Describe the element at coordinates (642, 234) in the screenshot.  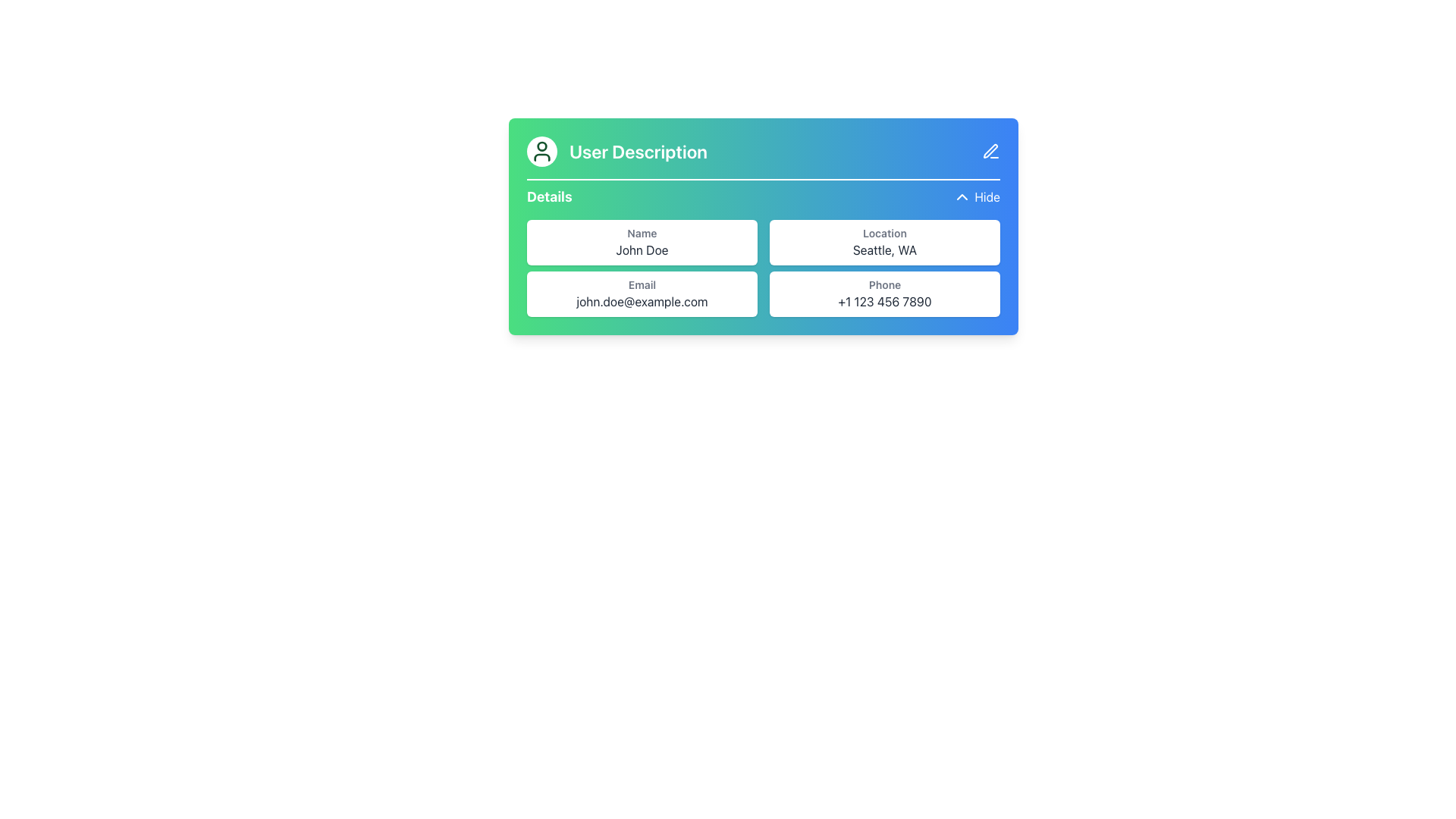
I see `the label text 'Name', which is displayed in a smaller, bold, gray font above the text 'John Doe' within a white rectangular background with rounded corners` at that location.